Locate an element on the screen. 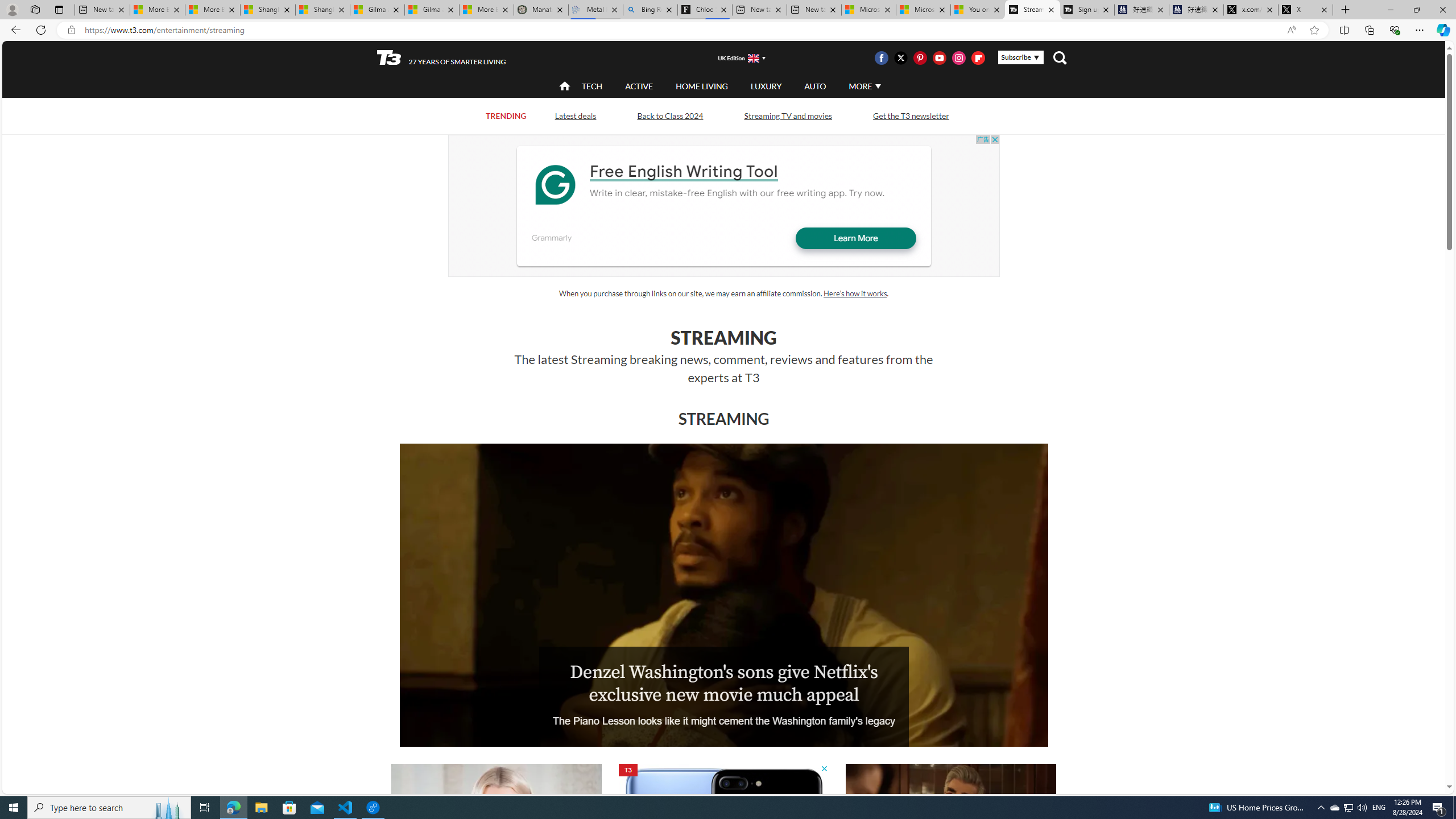 The width and height of the screenshot is (1456, 819). 'Gilma and Hector both pose tropical trouble for Hawaii' is located at coordinates (432, 9).